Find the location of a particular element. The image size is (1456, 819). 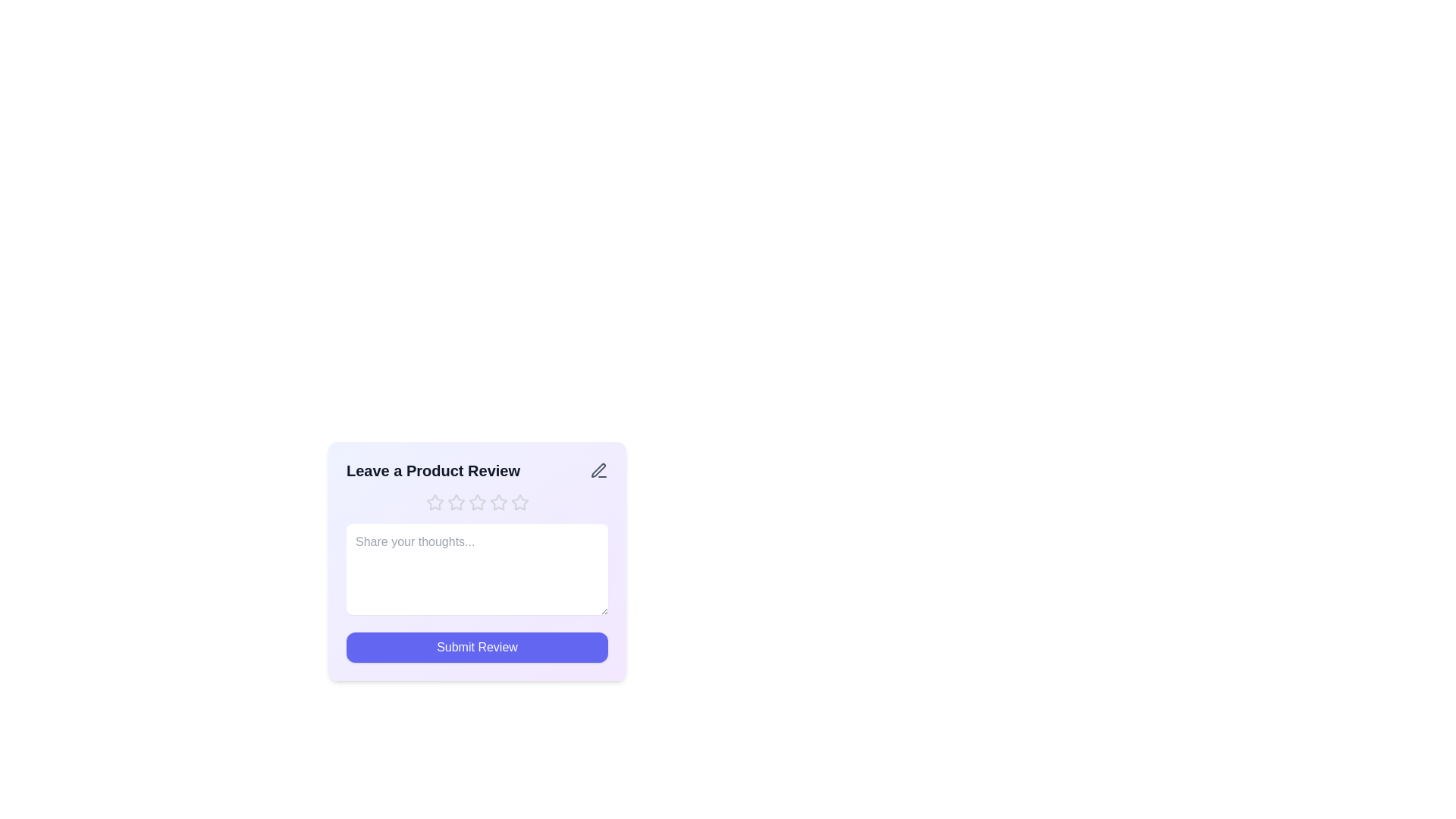

the star corresponding to the rating 2 to set the rating is located at coordinates (455, 503).